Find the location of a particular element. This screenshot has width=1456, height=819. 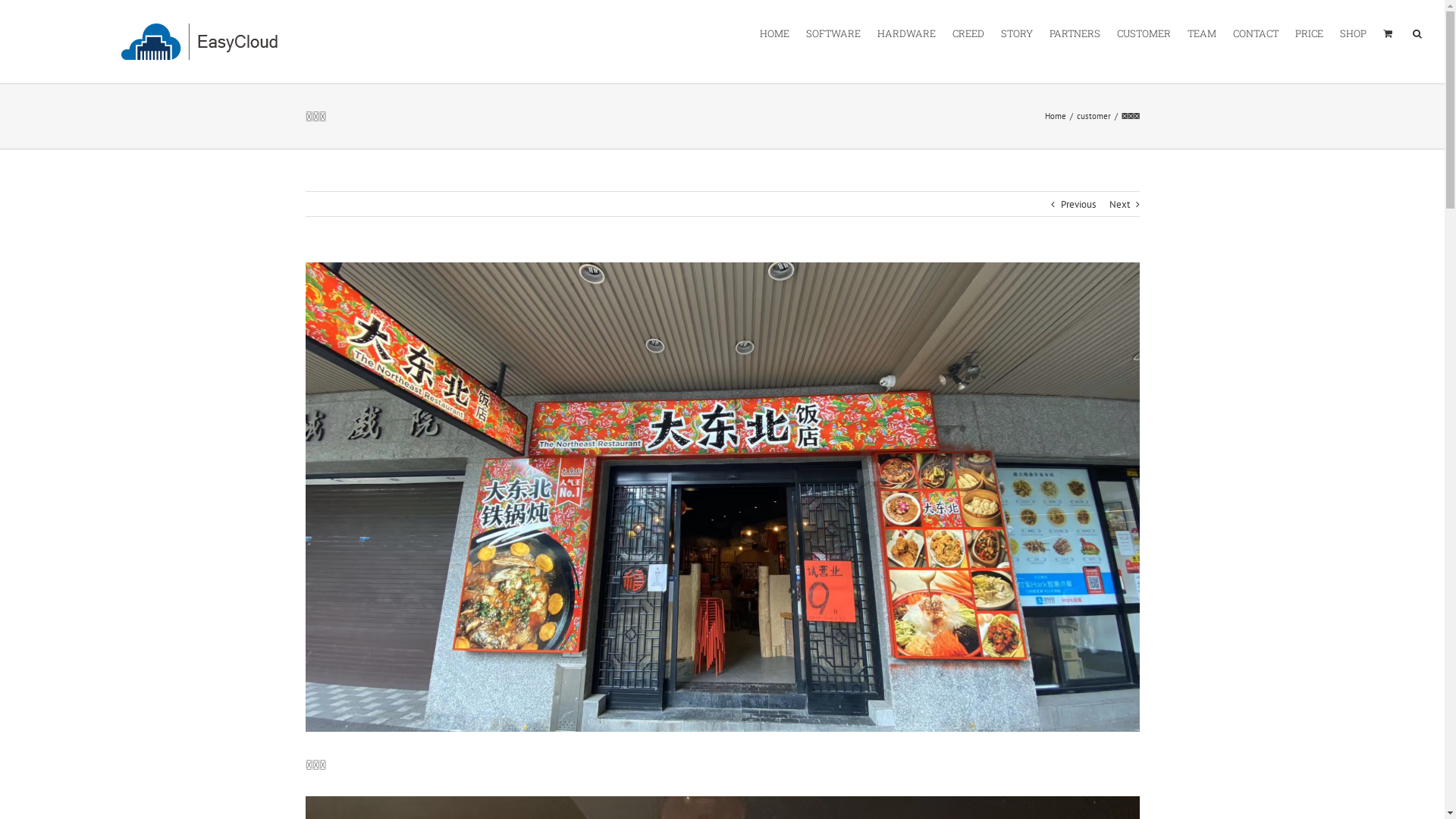

'HARDWARE' is located at coordinates (906, 32).